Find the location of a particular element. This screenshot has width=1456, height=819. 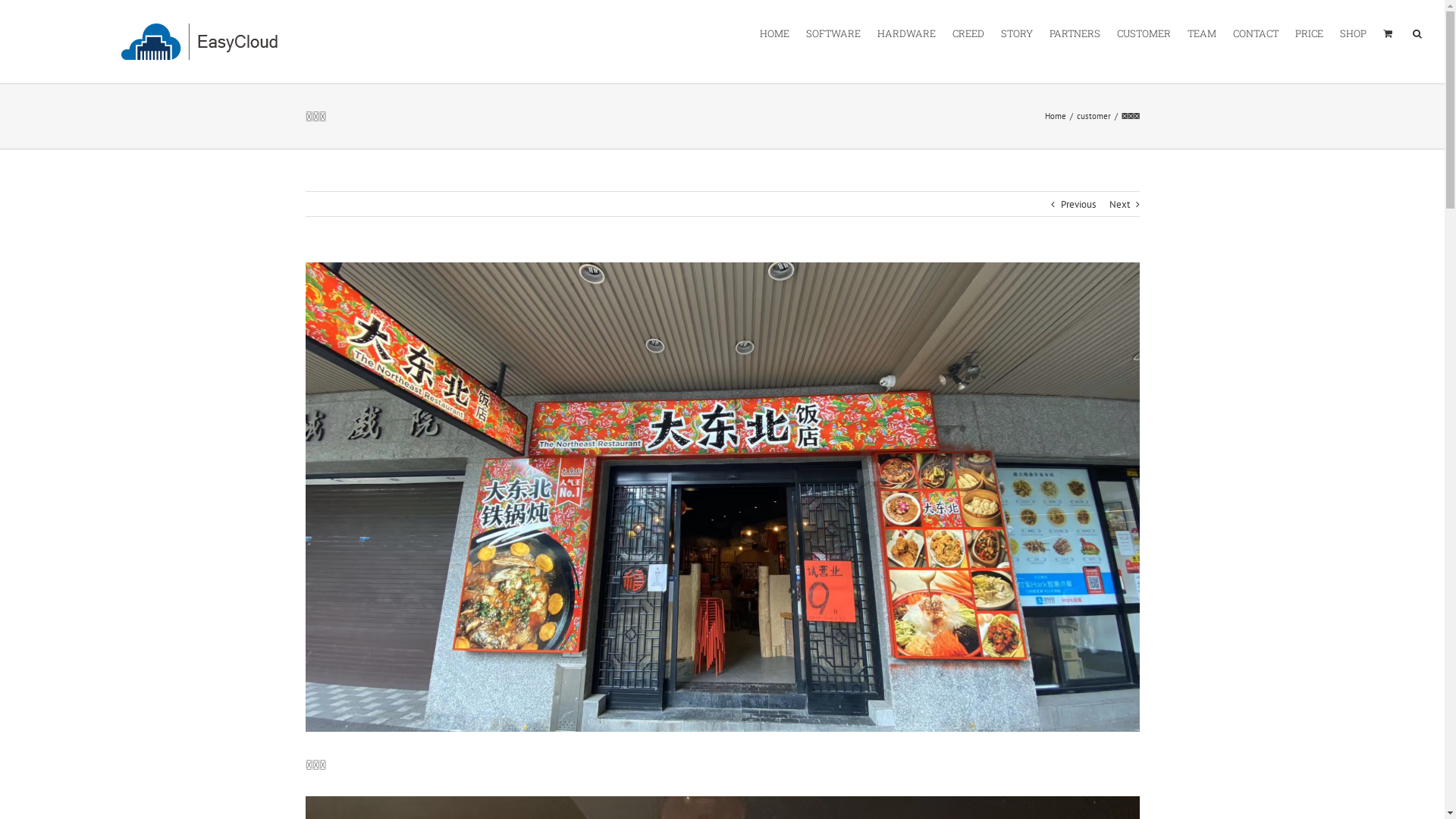

'HARDWARE' is located at coordinates (906, 32).